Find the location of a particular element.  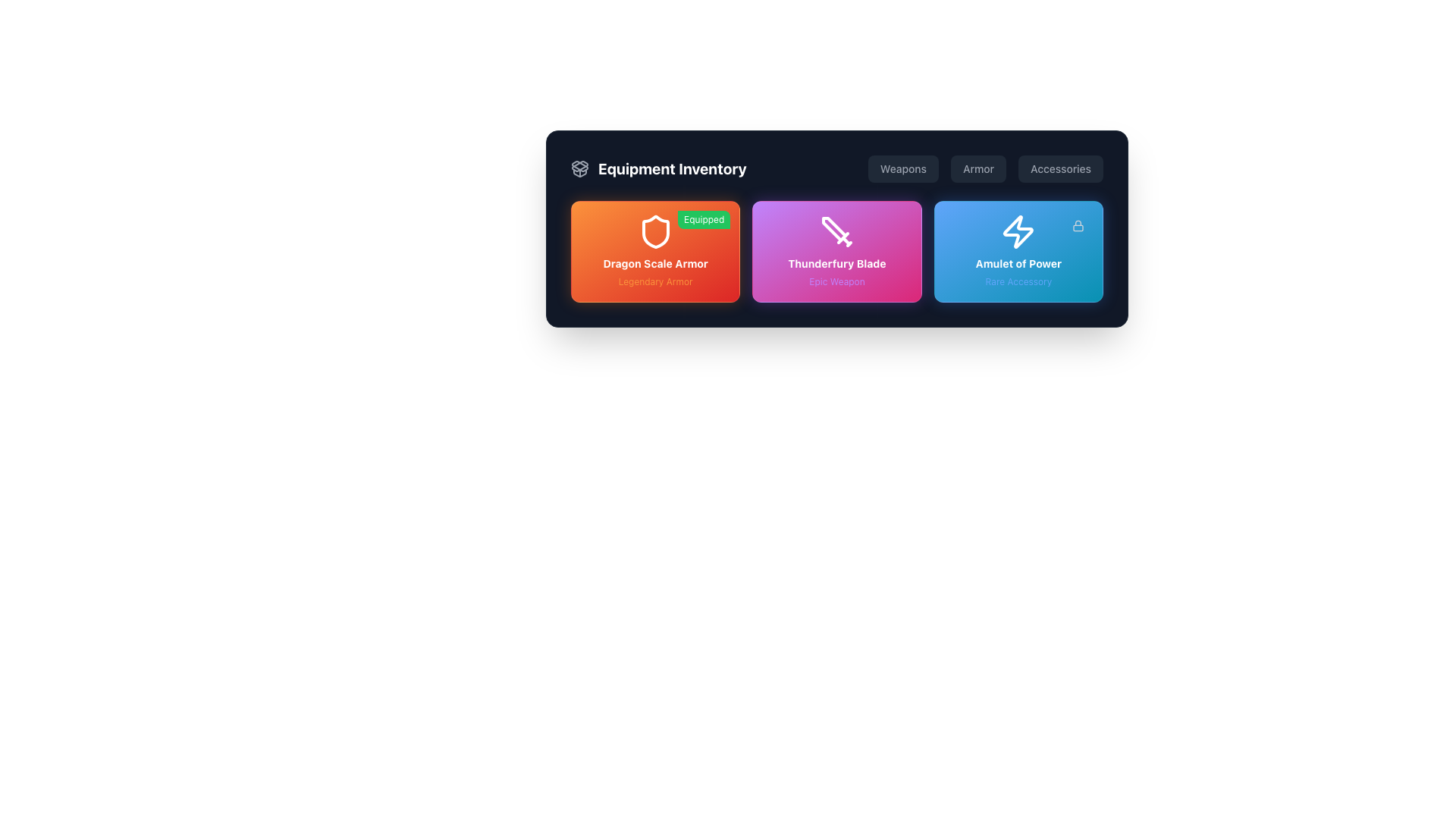

the 'Armor' button located in the 'Equipment Inventory' interface is located at coordinates (978, 169).